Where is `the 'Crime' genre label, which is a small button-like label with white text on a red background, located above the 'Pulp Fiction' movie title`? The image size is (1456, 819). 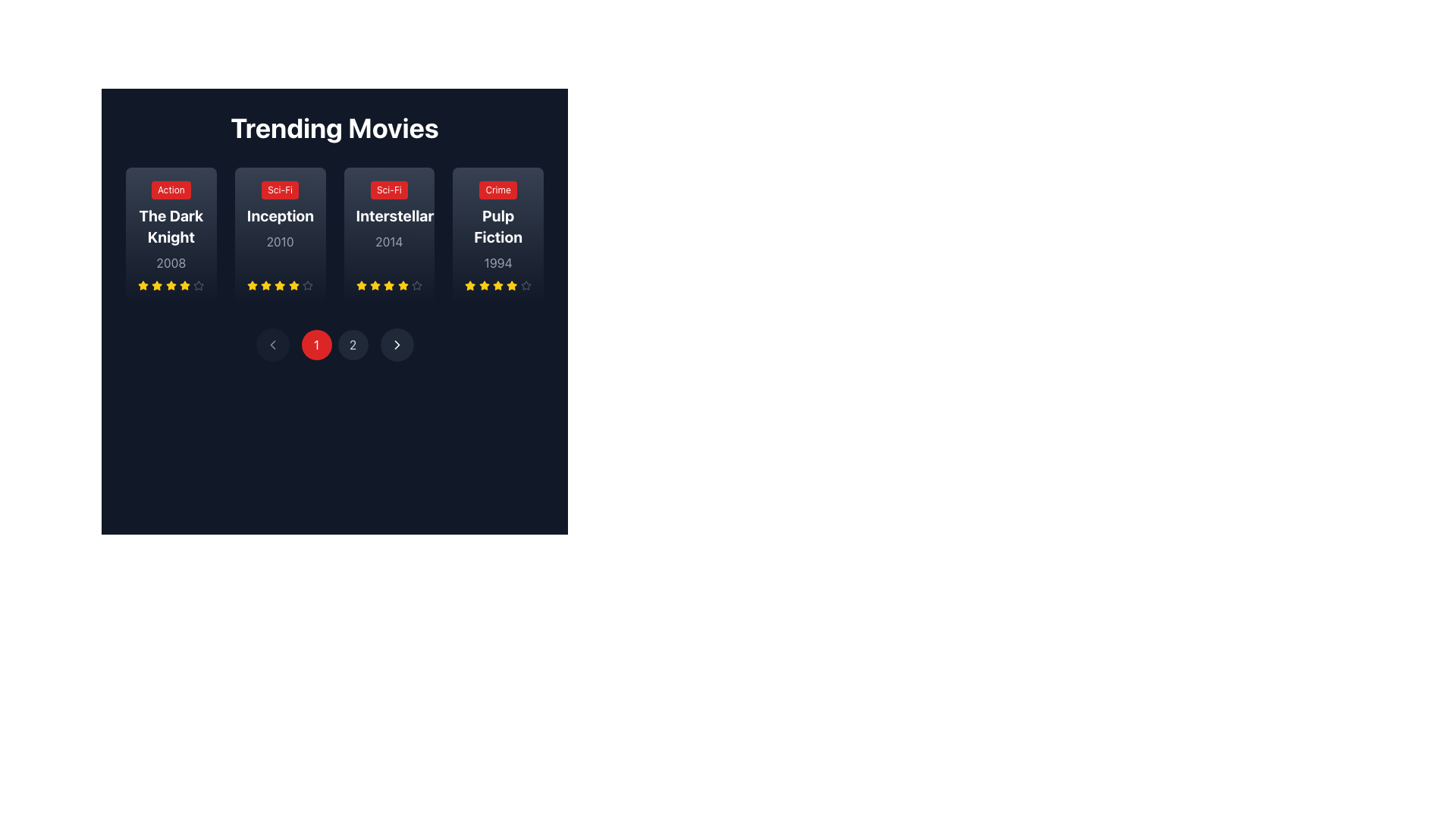
the 'Crime' genre label, which is a small button-like label with white text on a red background, located above the 'Pulp Fiction' movie title is located at coordinates (498, 189).